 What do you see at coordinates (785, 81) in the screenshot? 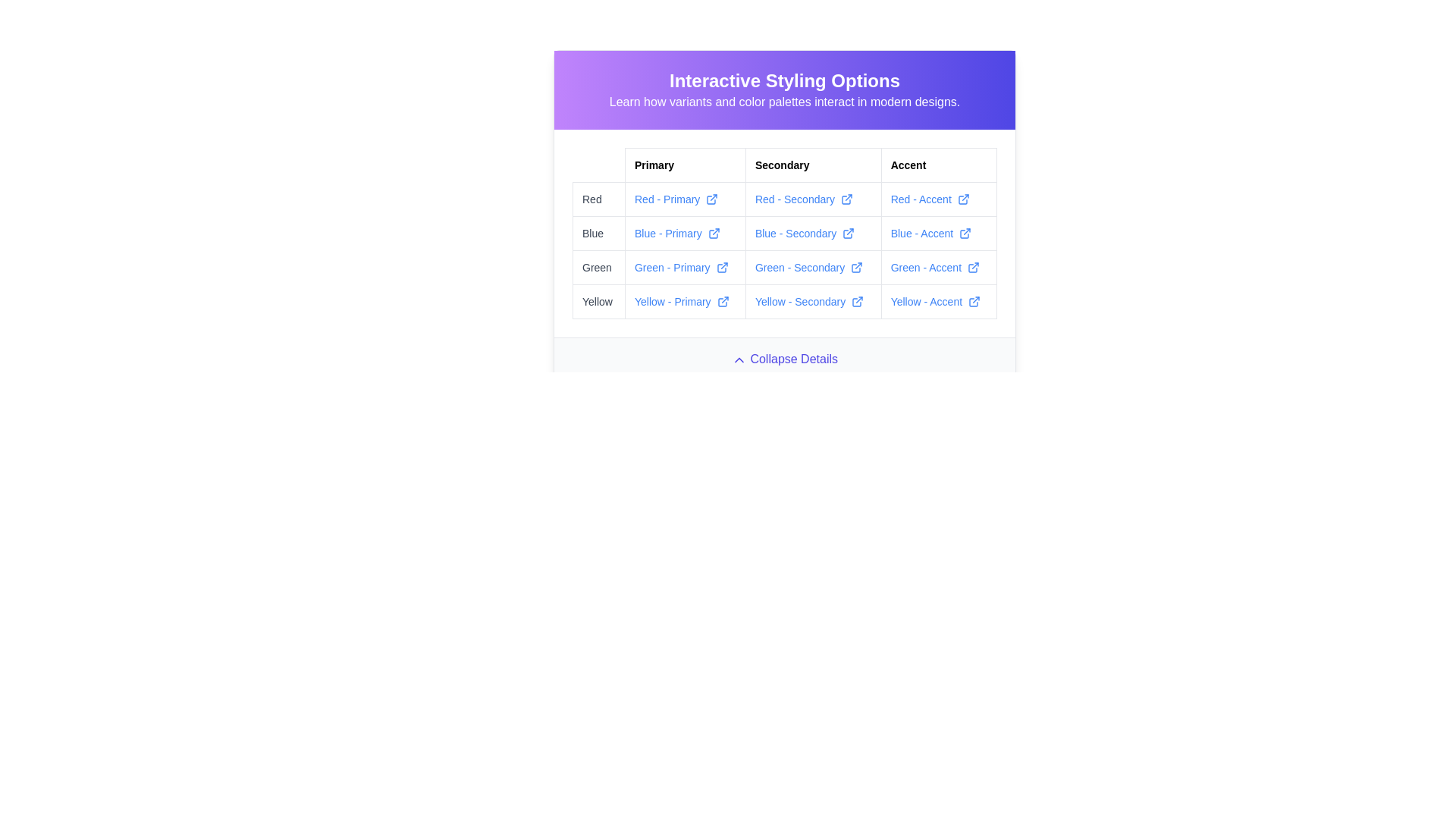
I see `the Text Header displaying 'Interactive Styling Options', which is prominently styled in a large, bold font against a gradient background` at bounding box center [785, 81].